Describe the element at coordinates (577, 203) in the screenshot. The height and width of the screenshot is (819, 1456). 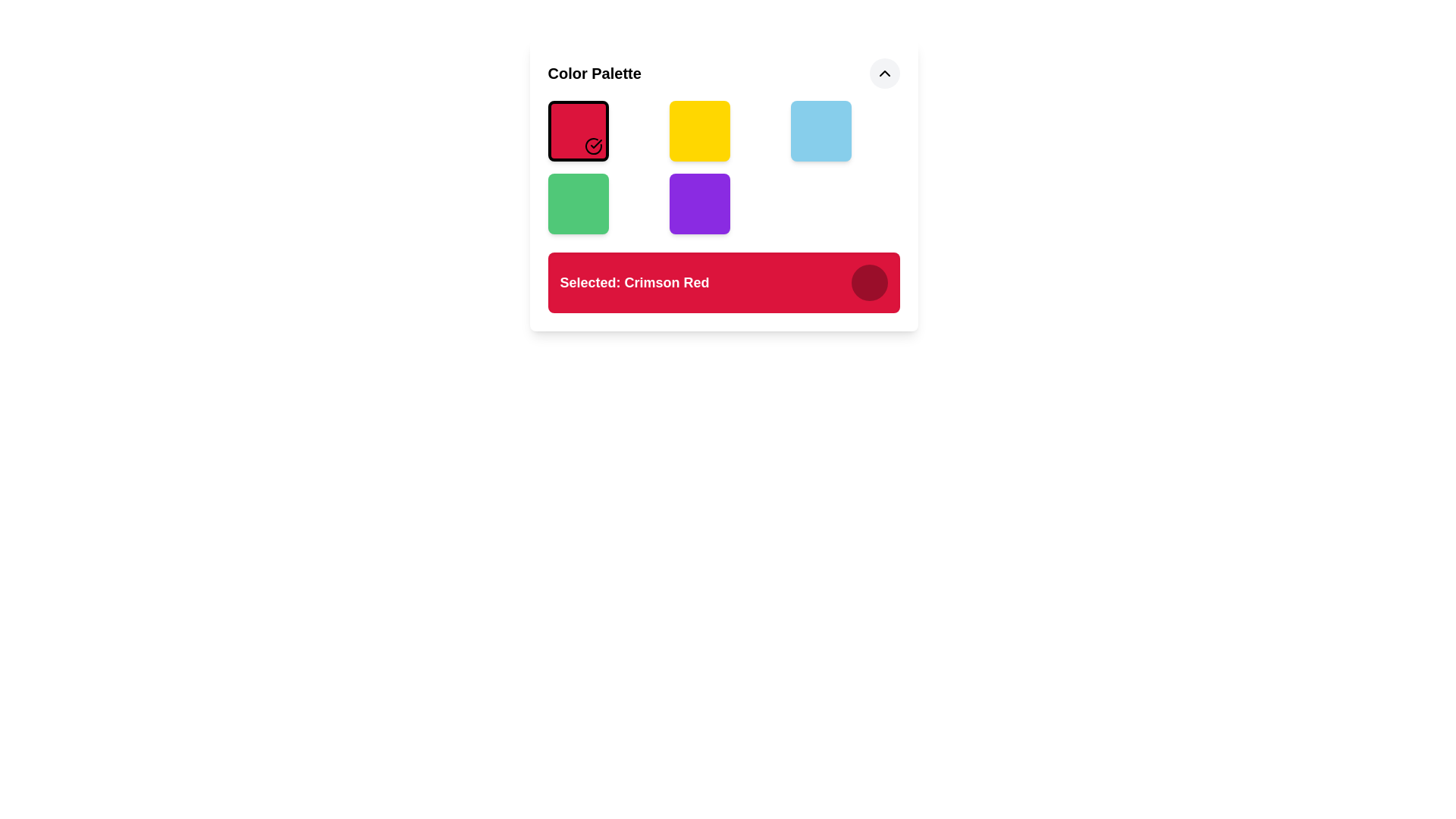
I see `the green square color tile with rounded corners located in the second row, first column of the grid` at that location.